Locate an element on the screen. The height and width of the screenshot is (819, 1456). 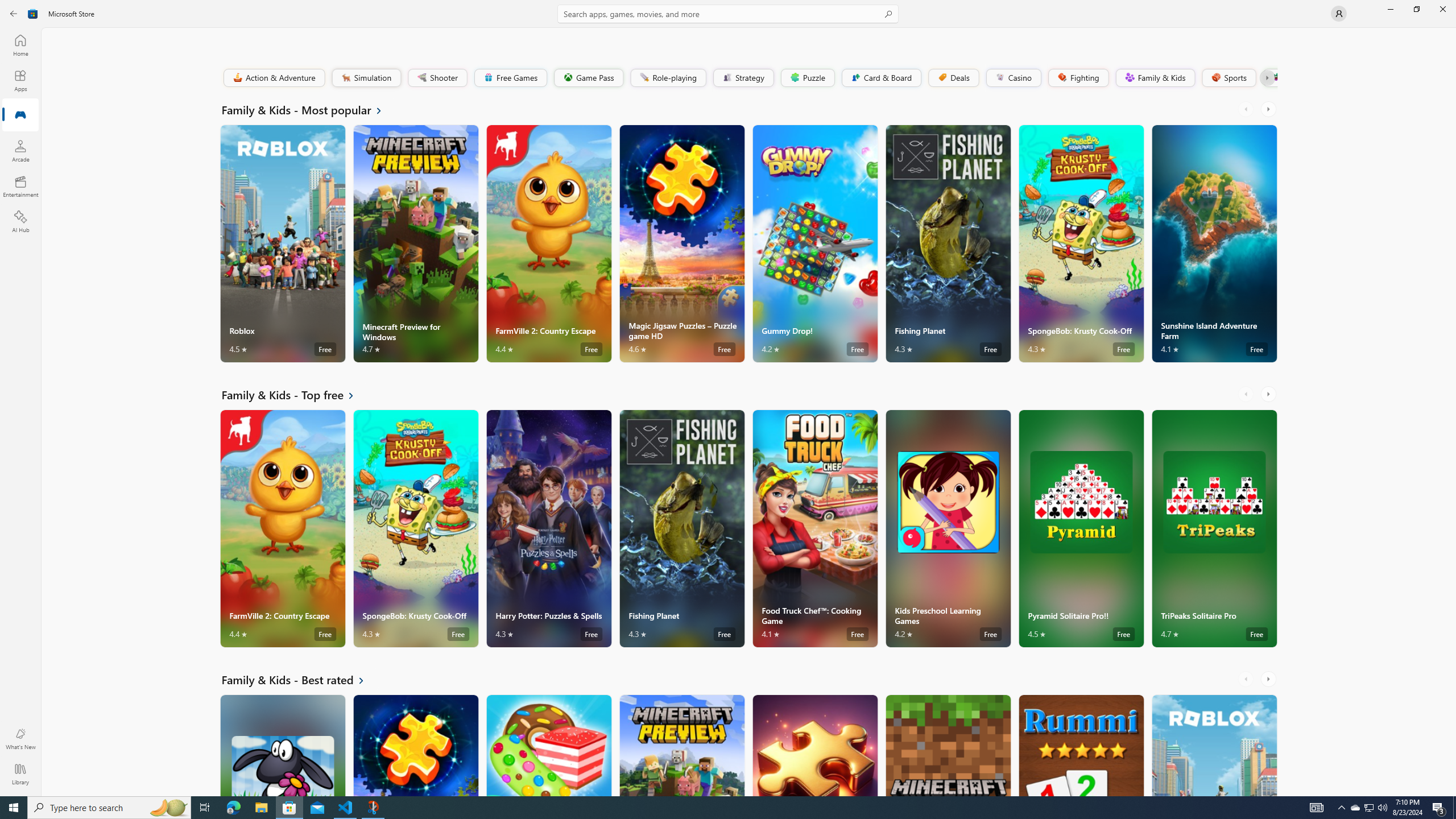
'Gummy Drop!. Average rating of 4.2 out of five stars. Free  ' is located at coordinates (814, 243).